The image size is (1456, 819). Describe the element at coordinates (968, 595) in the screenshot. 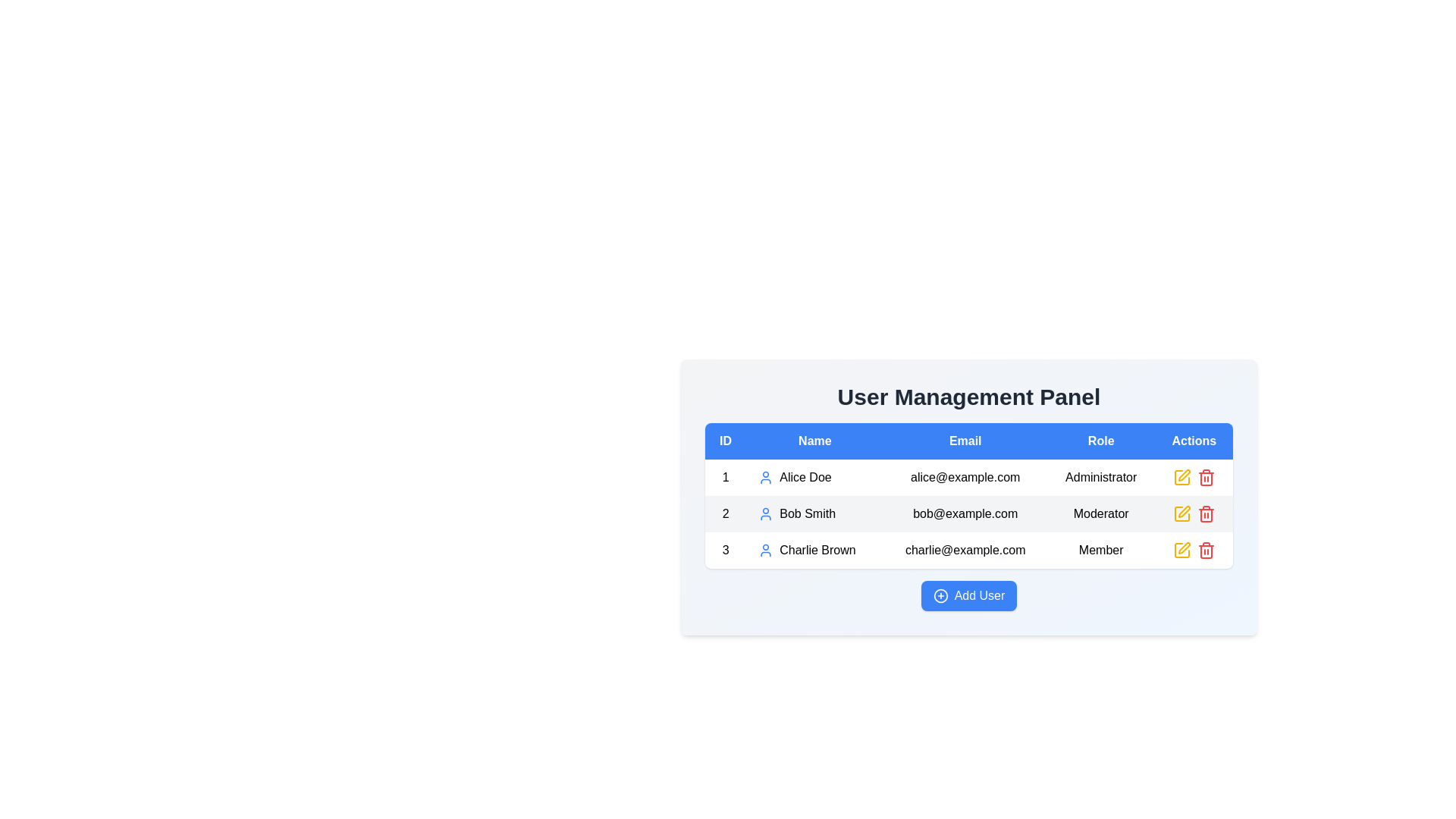

I see `the blue 'Add User' button located below the user information table` at that location.